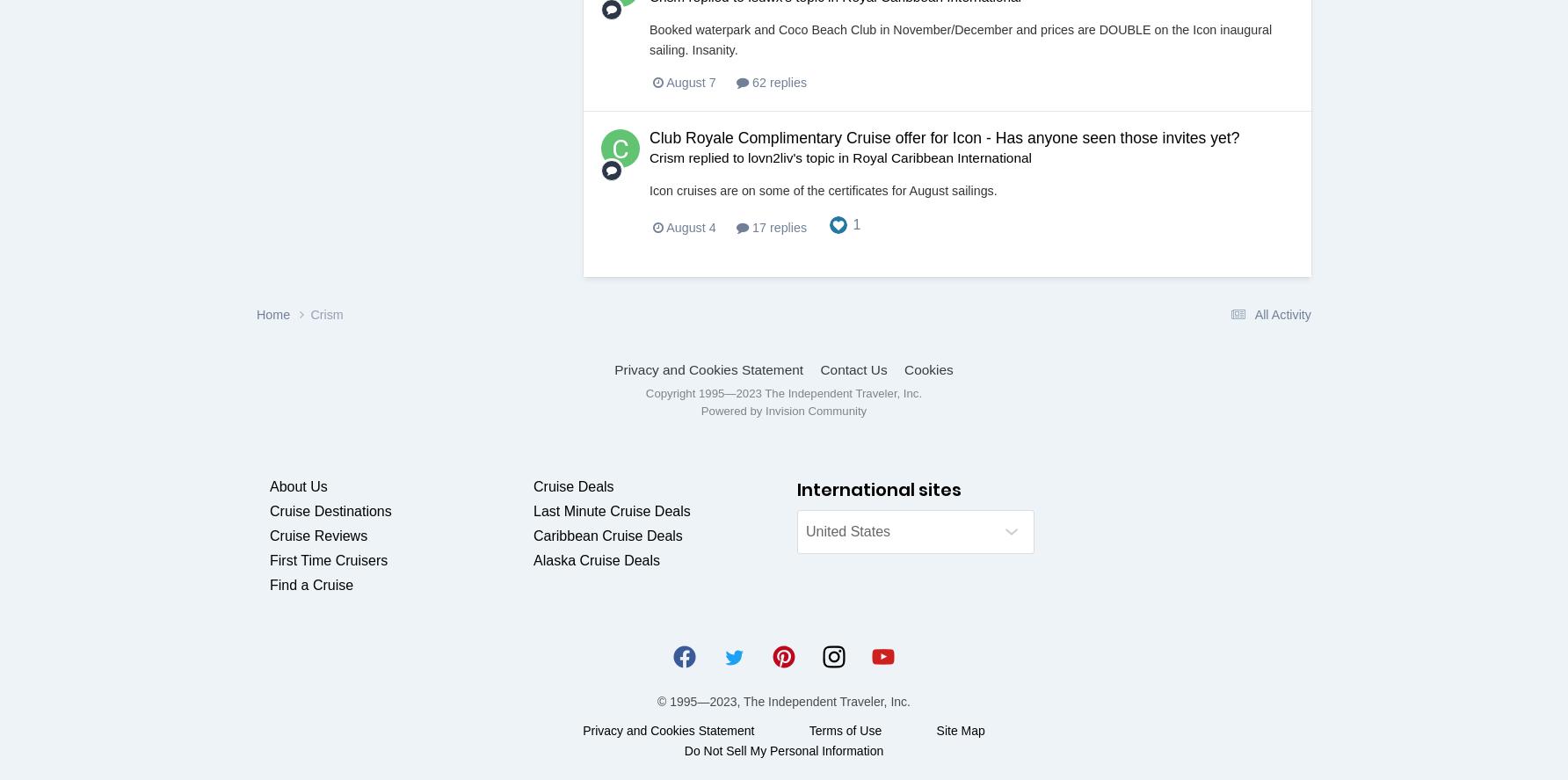 The image size is (1568, 780). I want to click on 'Copyright 1995—2023 The Independent Traveler, Inc.', so click(782, 391).